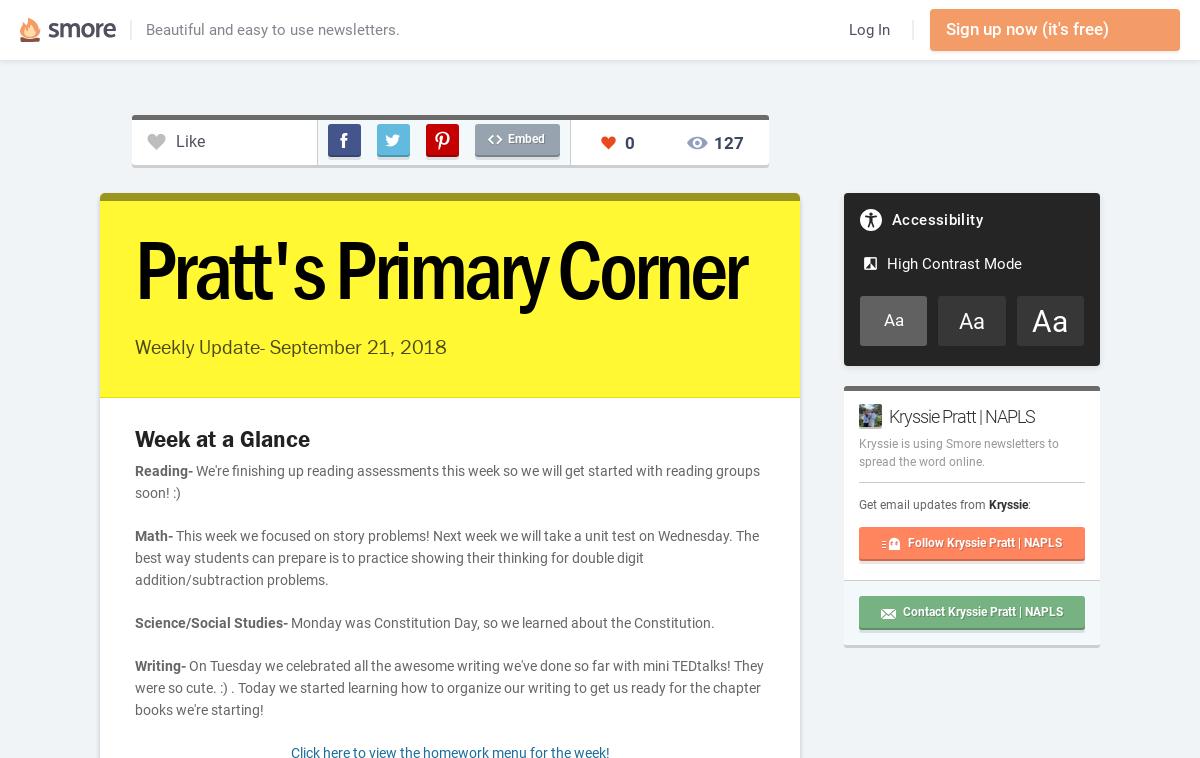 This screenshot has height=758, width=1200. Describe the element at coordinates (290, 347) in the screenshot. I see `'Weekly Update- September 21, 2018'` at that location.